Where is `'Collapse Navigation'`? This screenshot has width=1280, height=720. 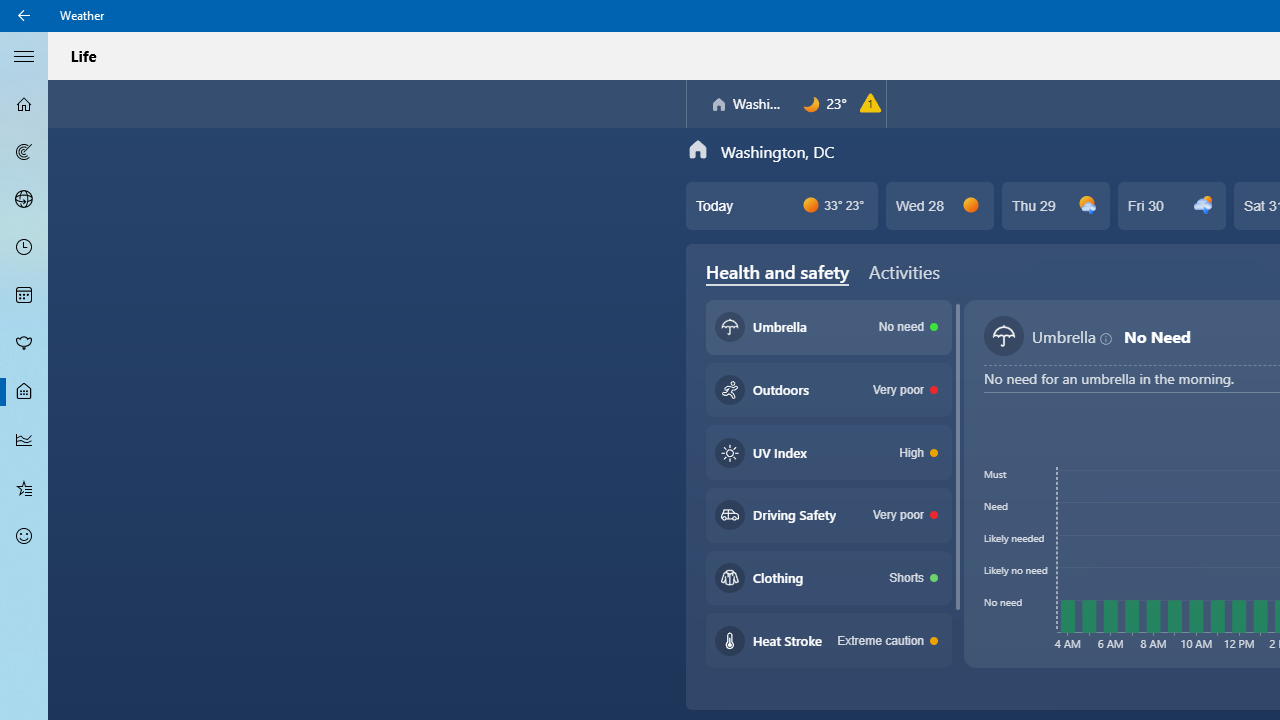 'Collapse Navigation' is located at coordinates (24, 54).